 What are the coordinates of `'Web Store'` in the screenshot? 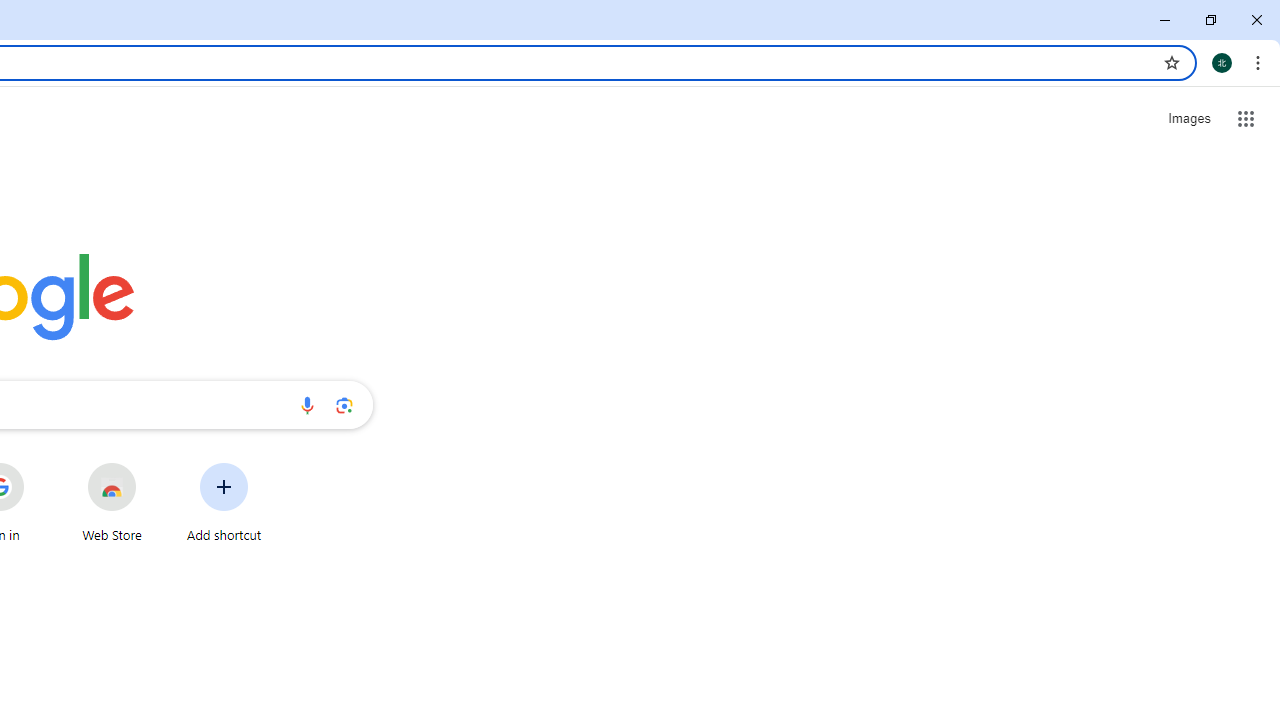 It's located at (111, 501).